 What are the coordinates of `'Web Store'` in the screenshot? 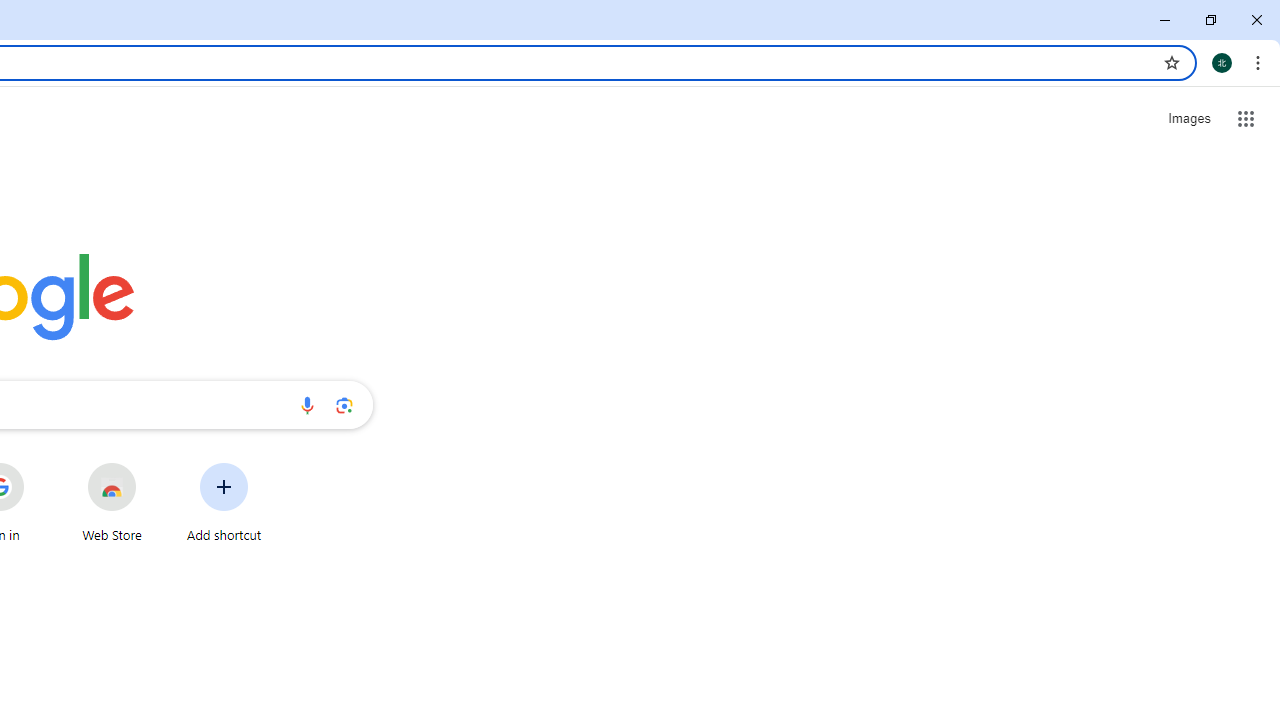 It's located at (111, 501).